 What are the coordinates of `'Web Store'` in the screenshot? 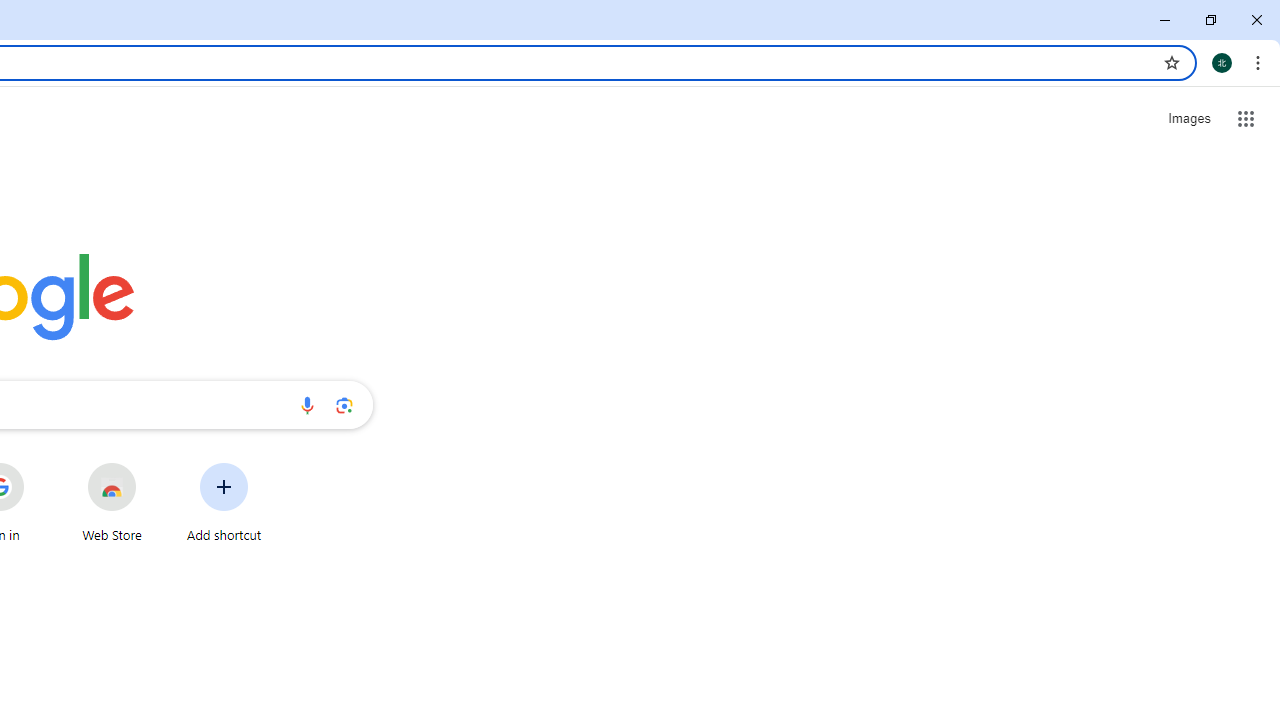 It's located at (111, 501).